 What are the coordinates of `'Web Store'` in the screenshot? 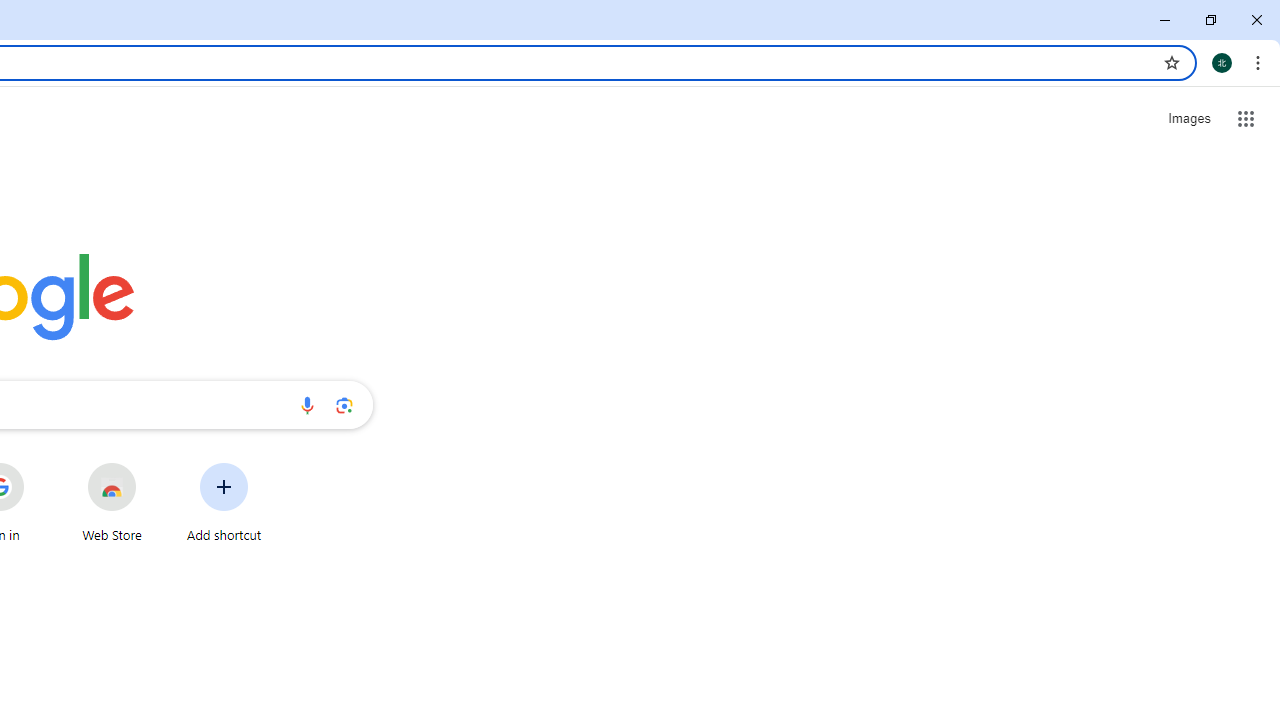 It's located at (111, 501).